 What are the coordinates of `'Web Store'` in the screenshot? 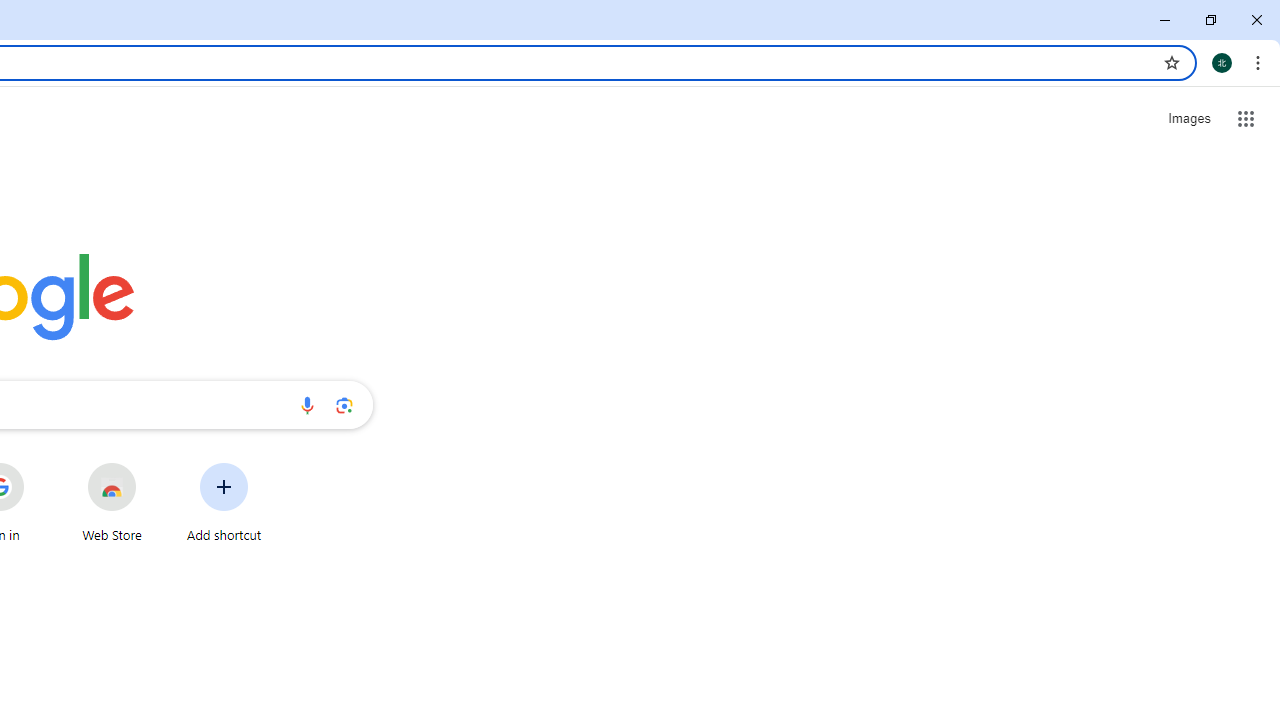 It's located at (111, 501).